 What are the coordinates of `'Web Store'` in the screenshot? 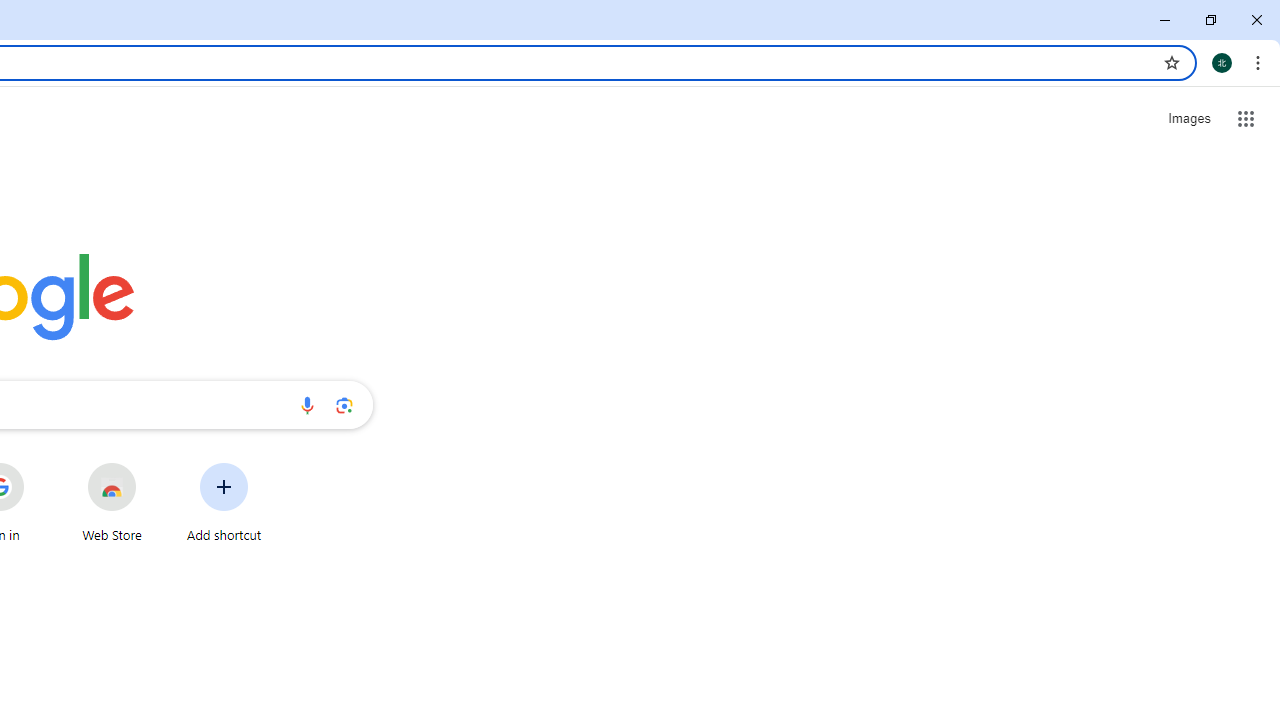 It's located at (111, 501).